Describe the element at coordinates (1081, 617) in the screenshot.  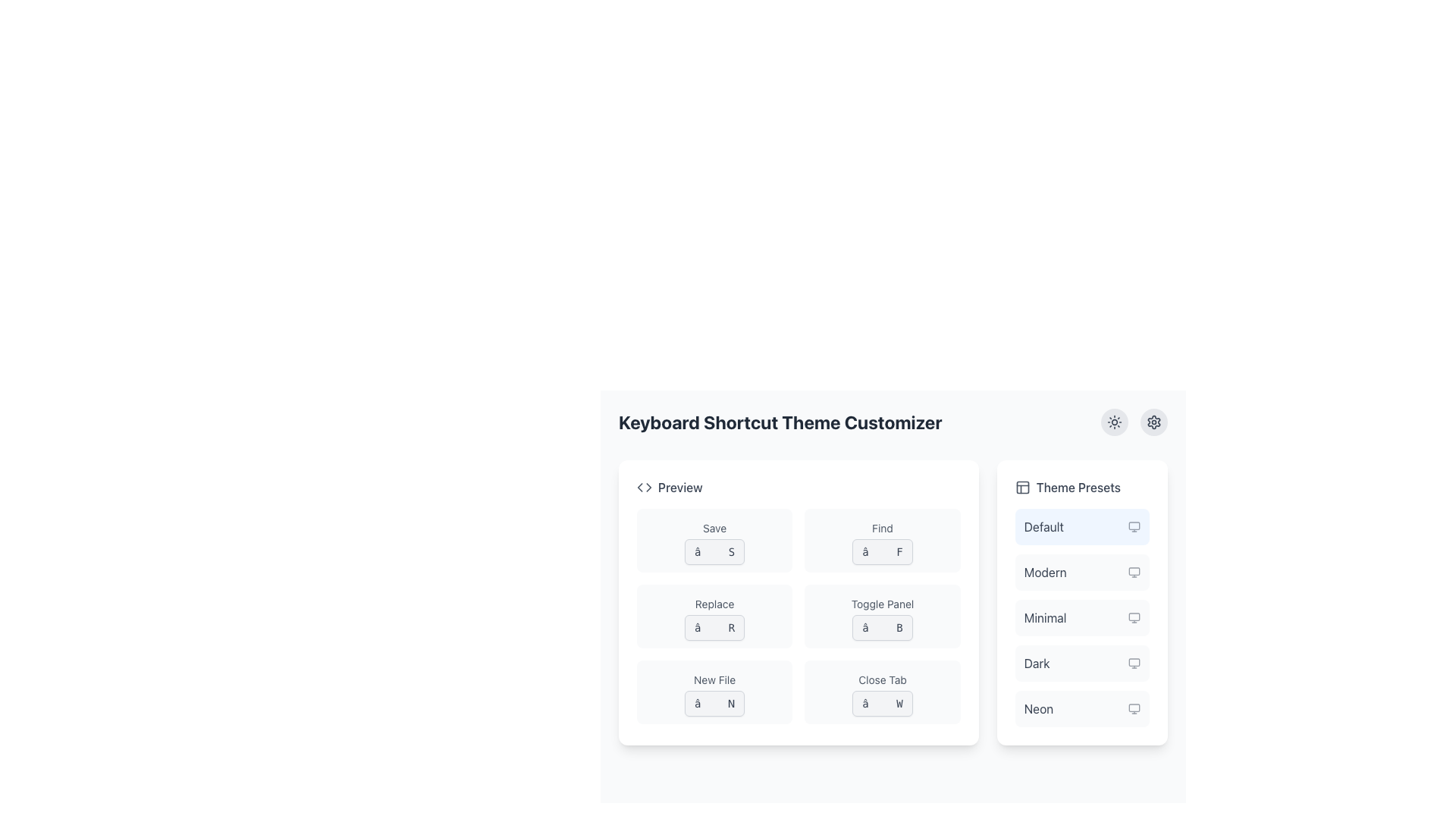
I see `the 'Minimal' theme option button in the Theme Presets panel` at that location.